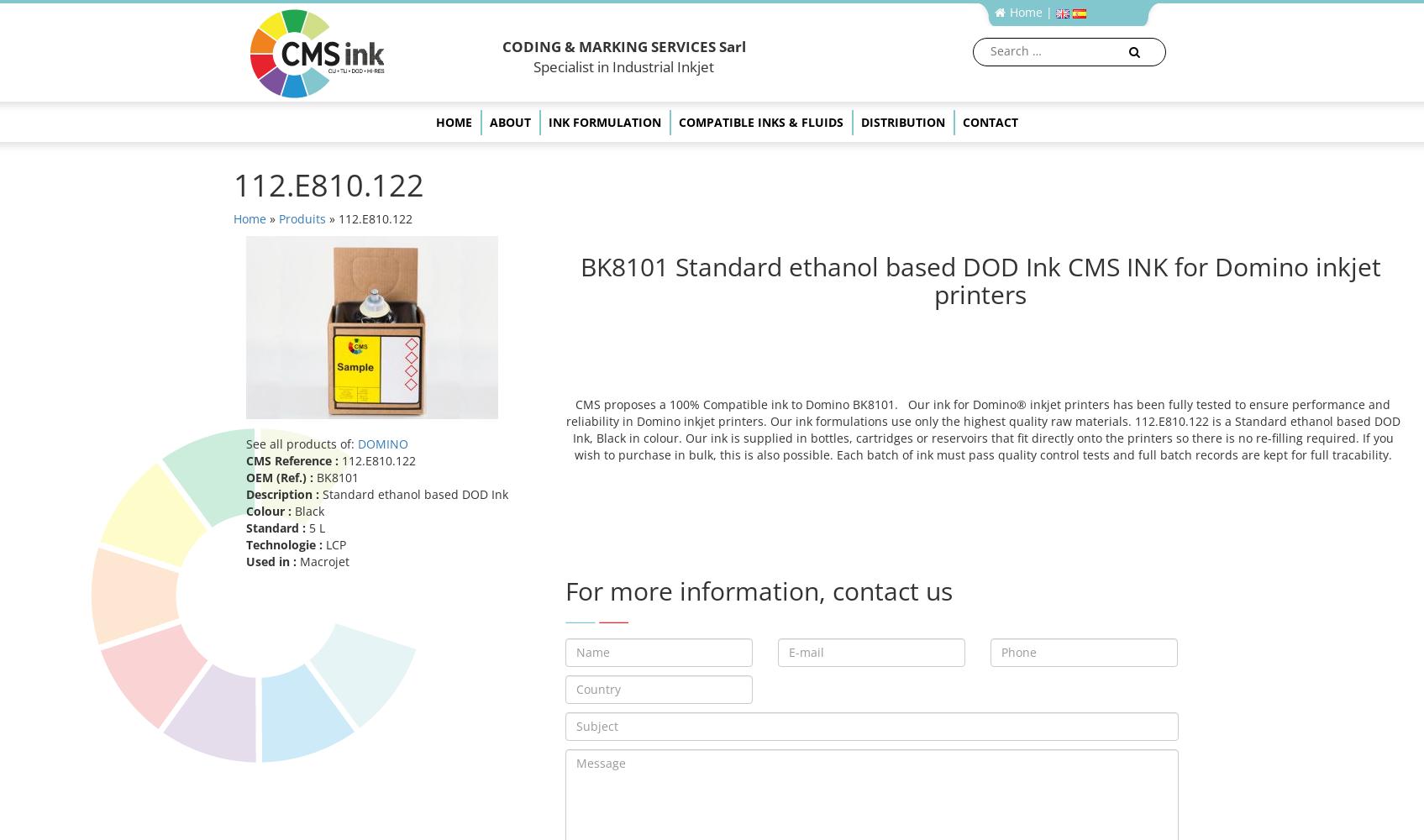 Image resolution: width=1424 pixels, height=840 pixels. I want to click on 'Specialist in Industrial Inkjet', so click(623, 65).